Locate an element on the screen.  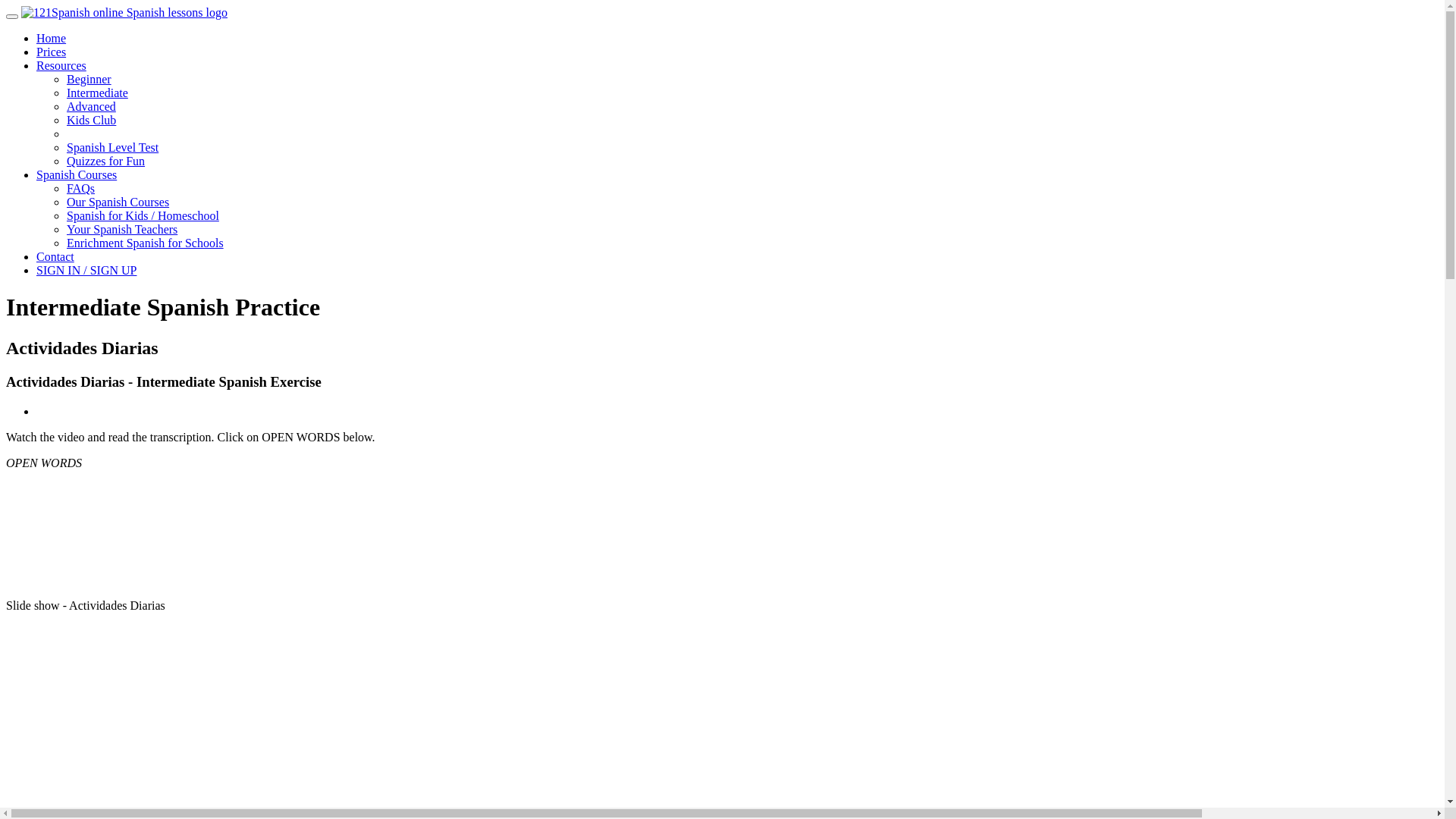
'Intermediate' is located at coordinates (96, 93).